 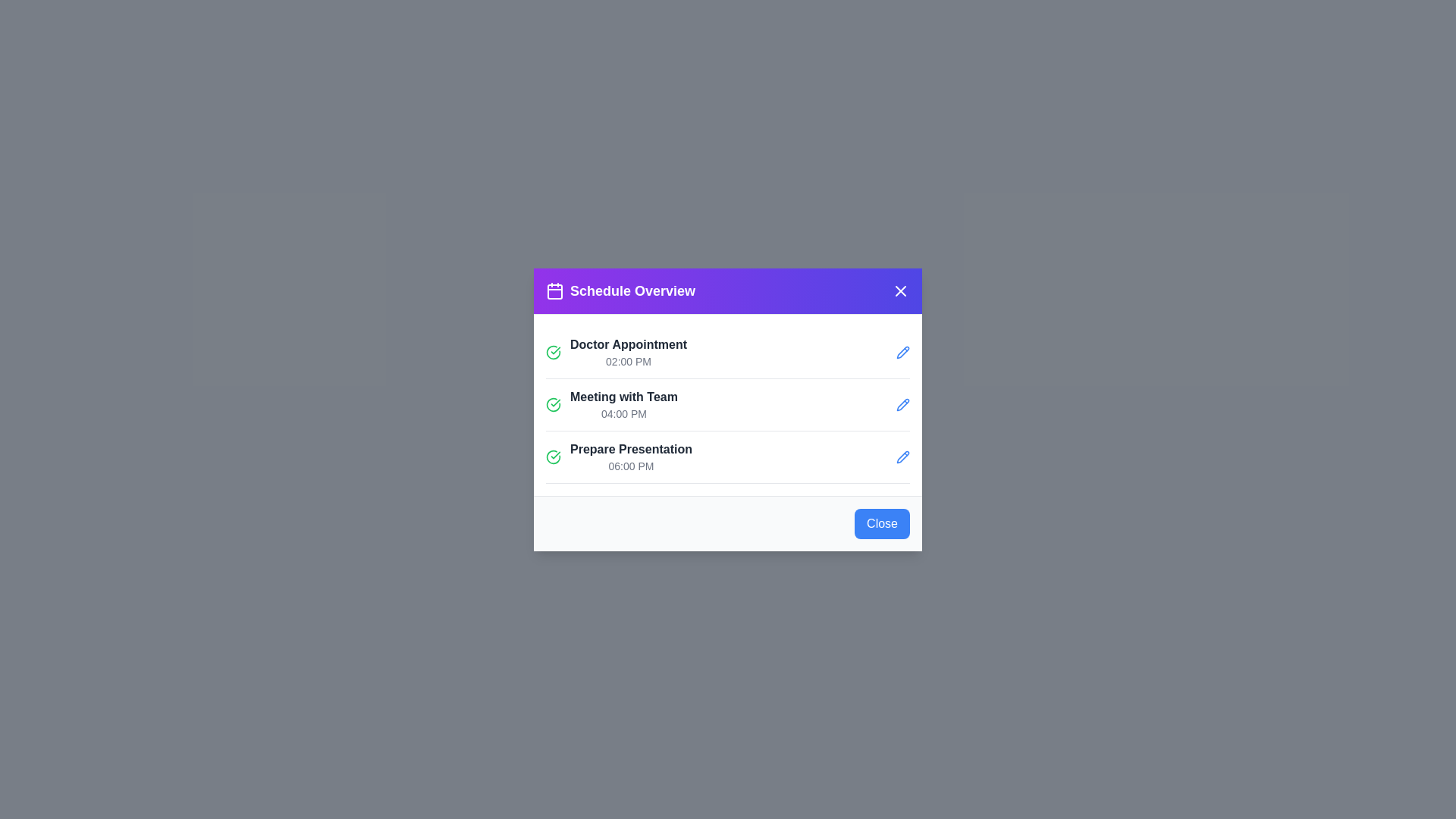 What do you see at coordinates (552, 403) in the screenshot?
I see `the circular check icon indicating completion for the 'Doctor Appointment' list item in the 'Schedule Overview' dialog box` at bounding box center [552, 403].